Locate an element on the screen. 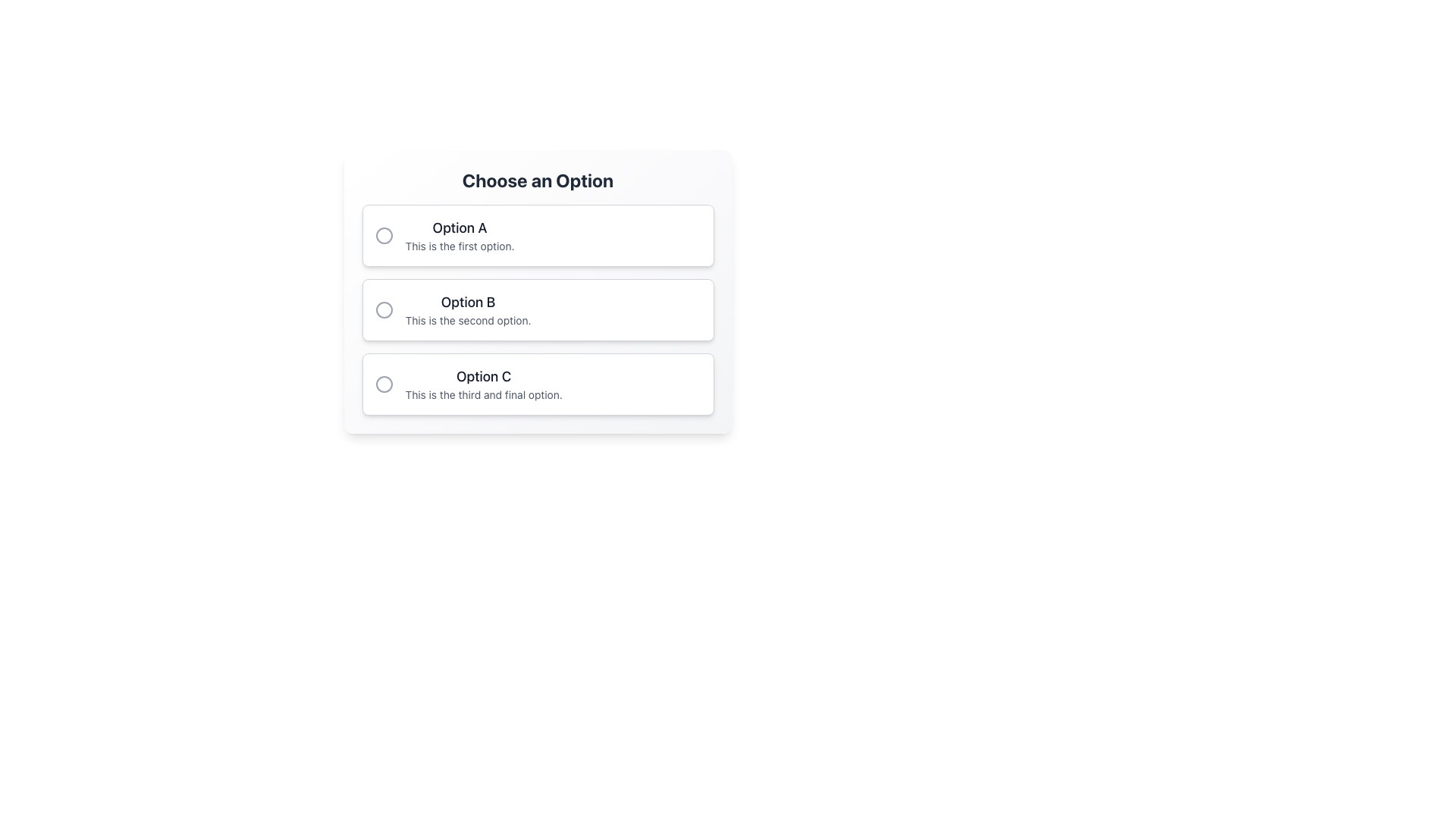 This screenshot has height=819, width=1456. the circular icon with a gray outline and transparent interior, located to the left of the 'Option C' block is located at coordinates (384, 383).